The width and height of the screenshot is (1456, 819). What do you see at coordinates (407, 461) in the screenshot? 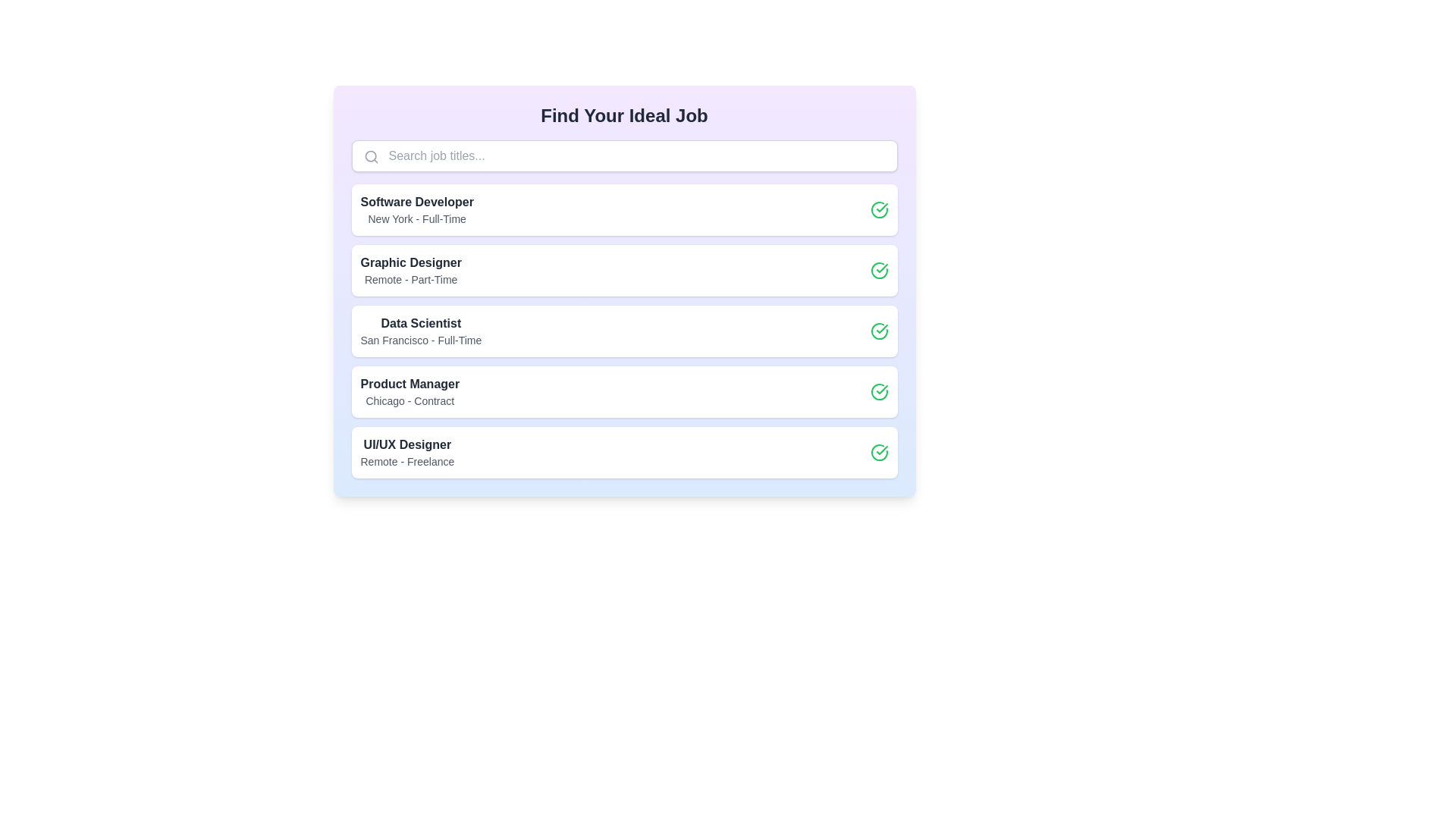
I see `text label that contains 'Remote - Freelance', which is styled in a smaller font size and gray color, located directly beneath the bold job title 'UI/UX Designer'` at bounding box center [407, 461].